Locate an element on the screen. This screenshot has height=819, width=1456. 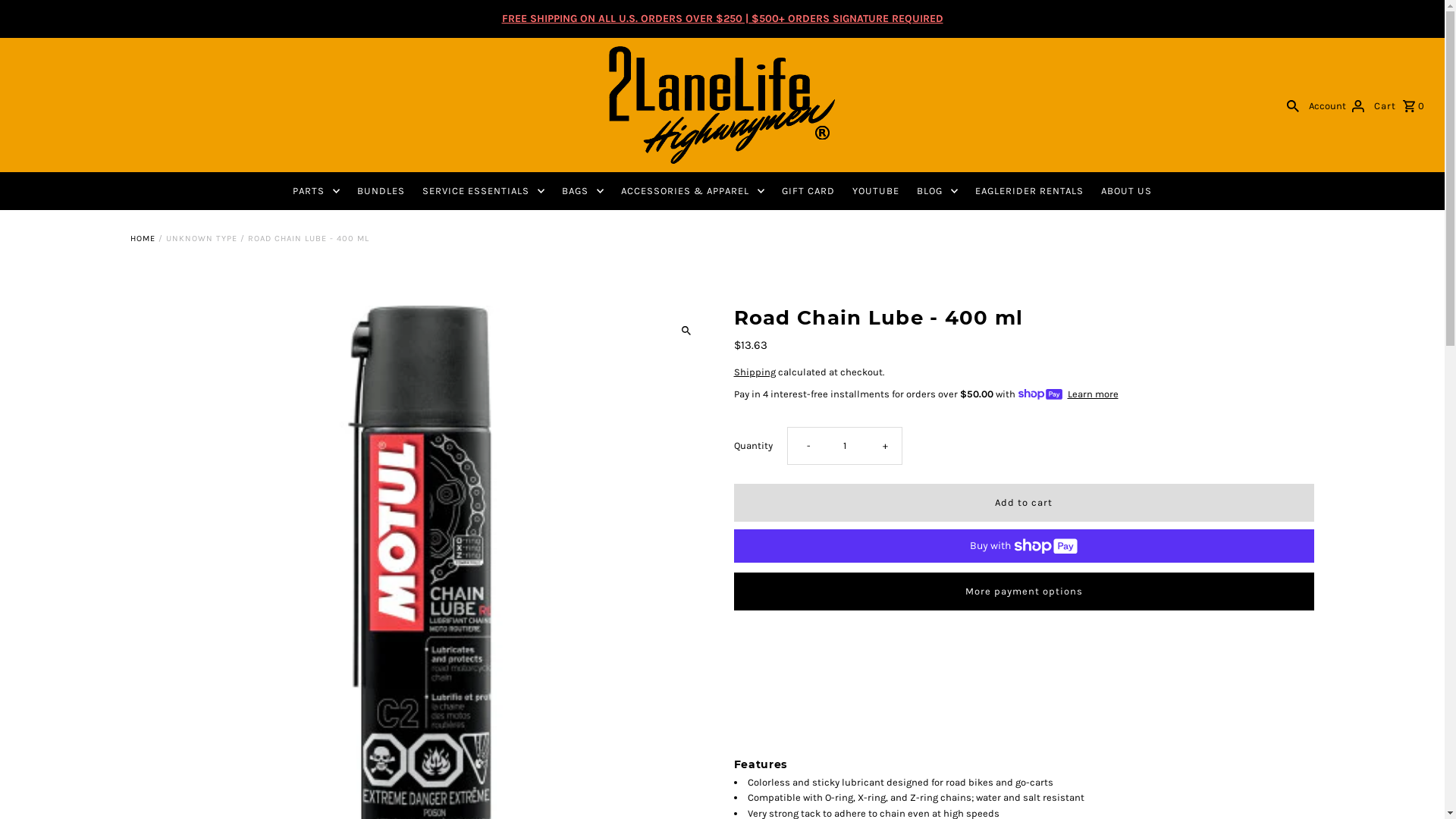
'ABOUT US' is located at coordinates (1126, 190).